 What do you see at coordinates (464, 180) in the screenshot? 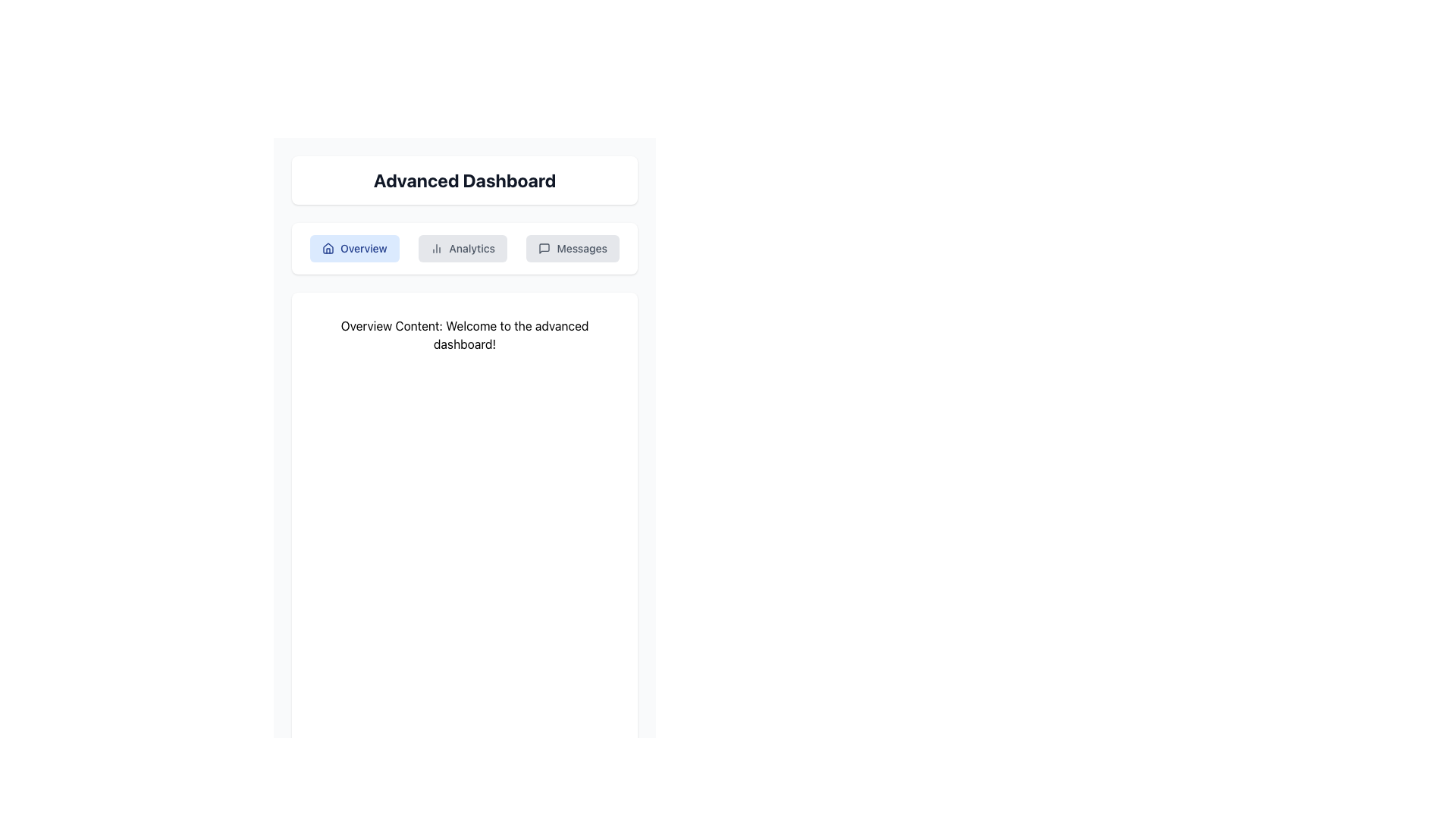
I see `the prominent header text 'Advanced Dashboard' which is styled in a bold, large font and located at the top-central portion of the interface` at bounding box center [464, 180].